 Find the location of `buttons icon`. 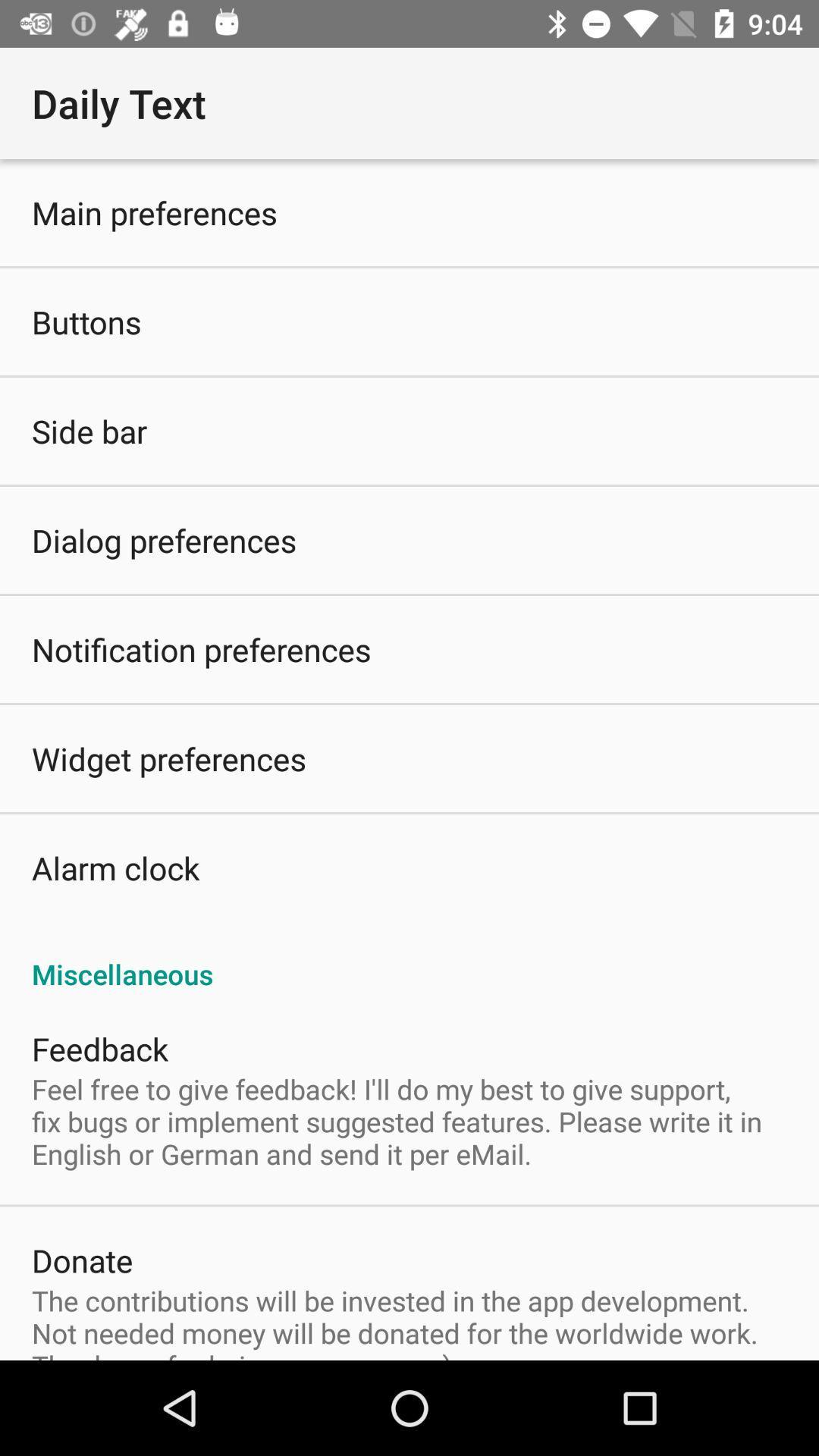

buttons icon is located at coordinates (86, 321).